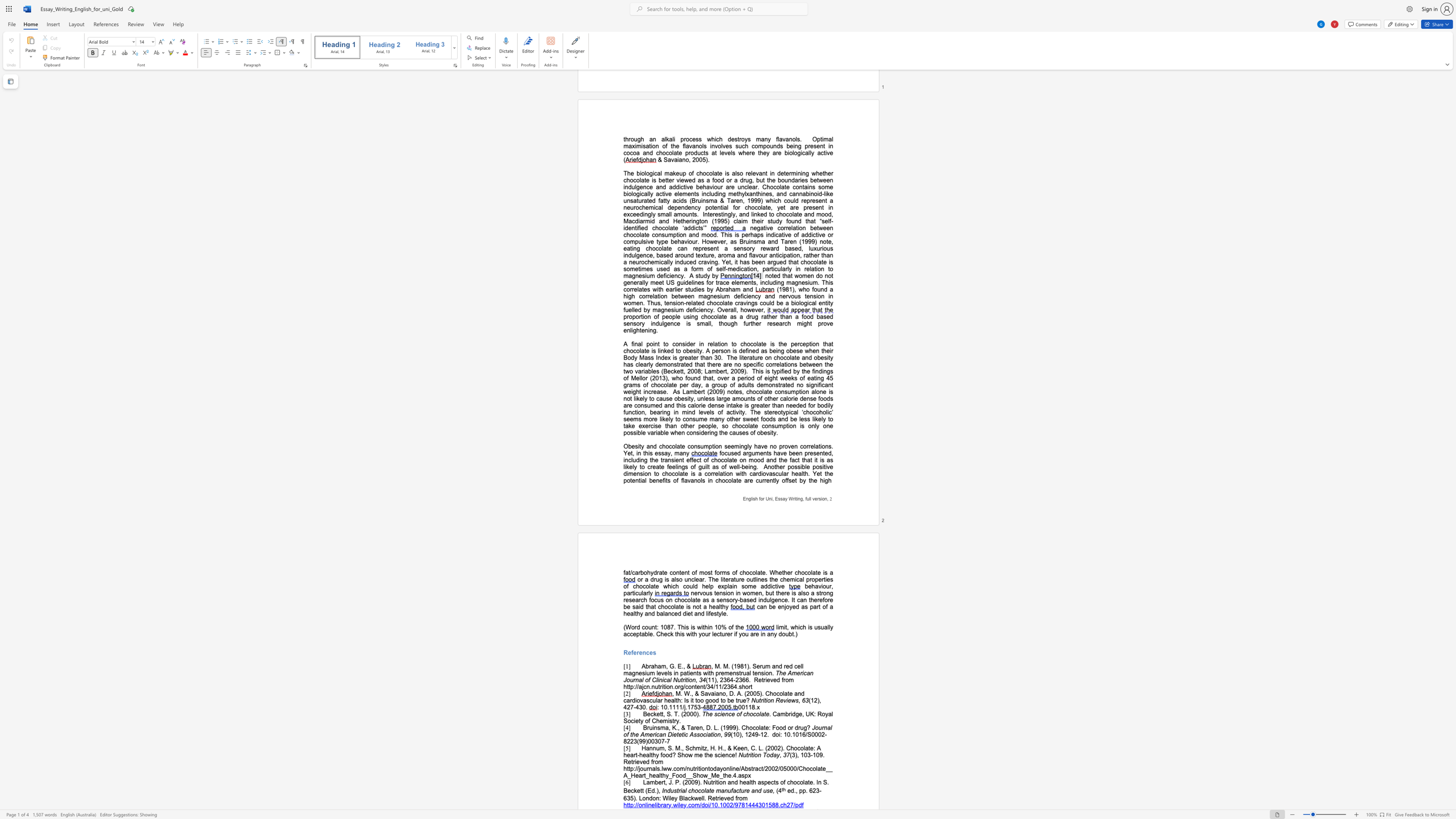 The image size is (1456, 819). What do you see at coordinates (660, 804) in the screenshot?
I see `the subset text "rary.wiley.co" within the text "http://onlinelibrary.wiley.com/doi/10.1002/9781444301588.ch27/pdf"` at bounding box center [660, 804].